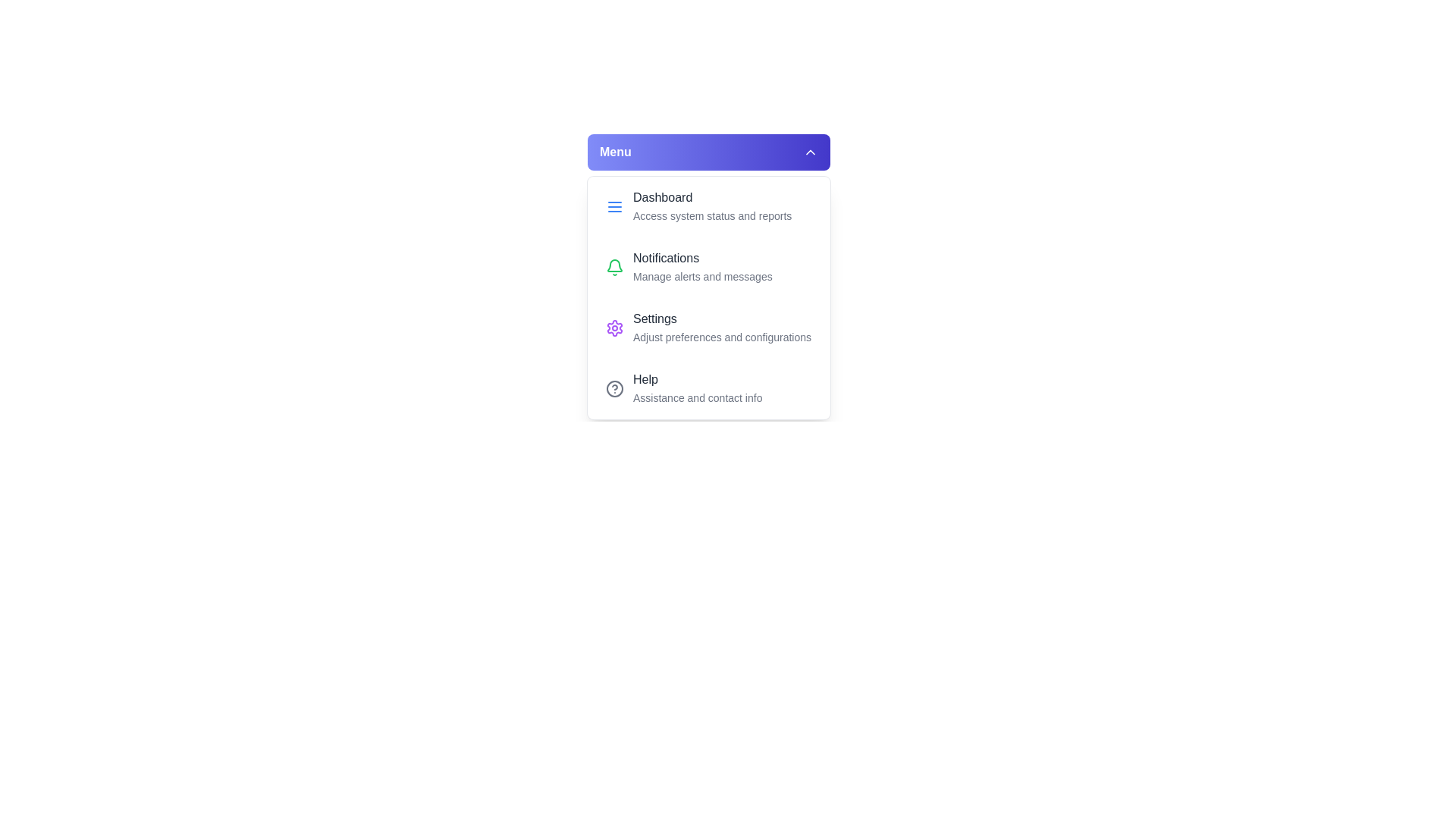 The image size is (1456, 819). What do you see at coordinates (615, 267) in the screenshot?
I see `the notifications icon located on the left side of the 'Notifications' entry in the menu panel` at bounding box center [615, 267].